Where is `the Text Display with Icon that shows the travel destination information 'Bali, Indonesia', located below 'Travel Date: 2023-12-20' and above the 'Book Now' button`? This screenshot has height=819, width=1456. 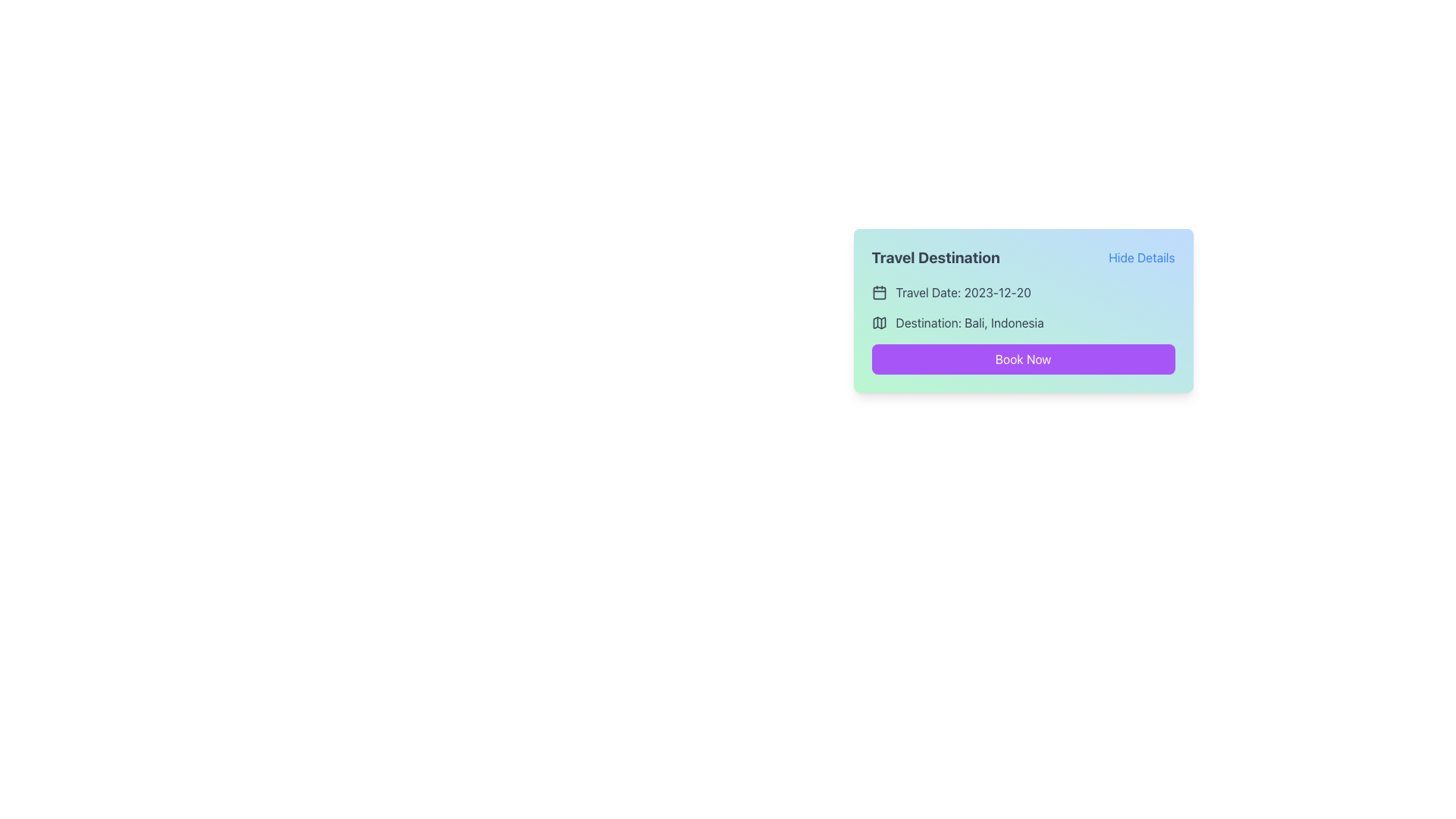 the Text Display with Icon that shows the travel destination information 'Bali, Indonesia', located below 'Travel Date: 2023-12-20' and above the 'Book Now' button is located at coordinates (1023, 322).